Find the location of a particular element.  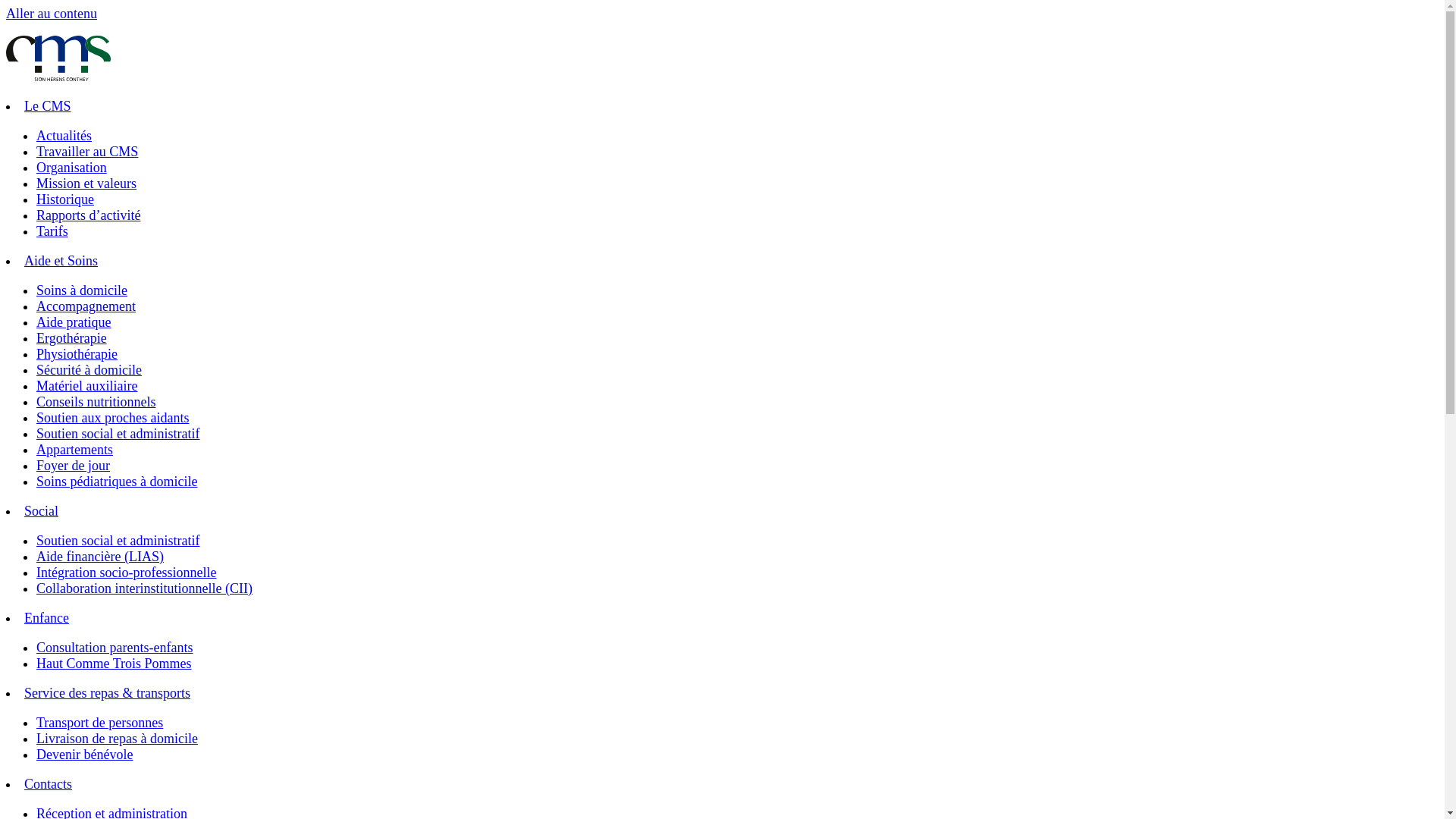

'Travailler au CMS' is located at coordinates (86, 152).